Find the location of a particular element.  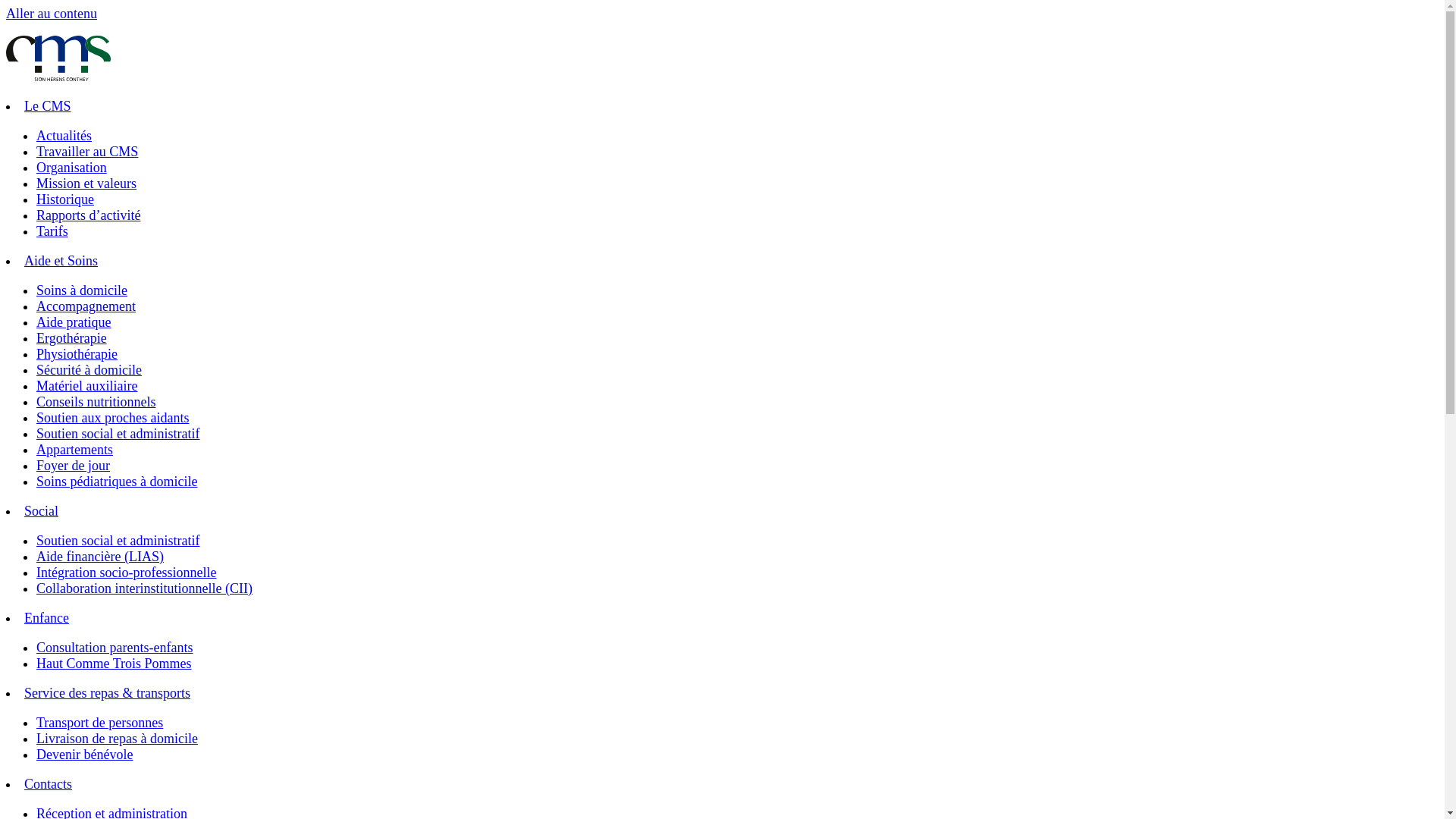

'Travailler au CMS' is located at coordinates (86, 152).